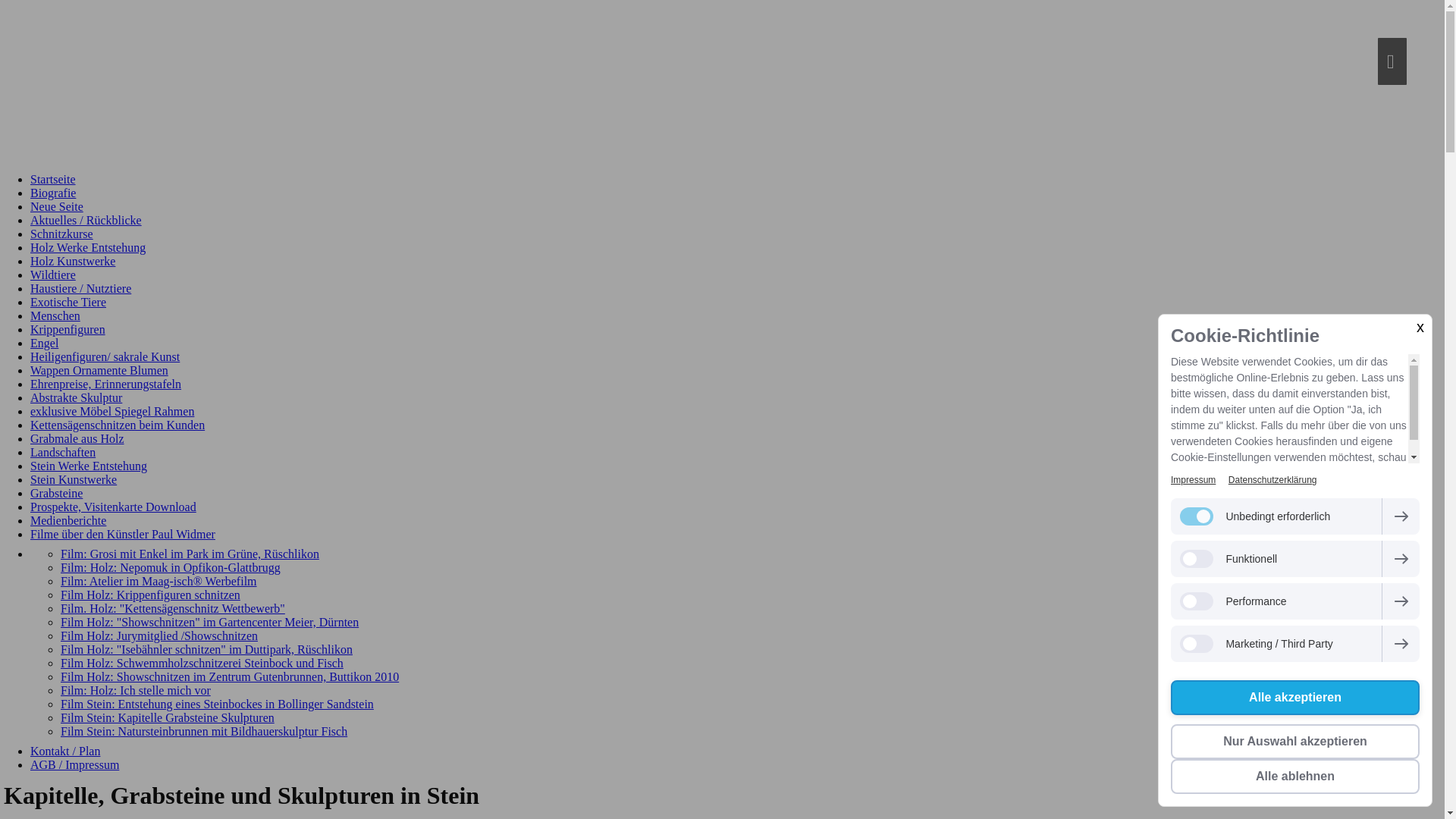  I want to click on 'Film: Holz: Ich stelle mich vor', so click(135, 690).